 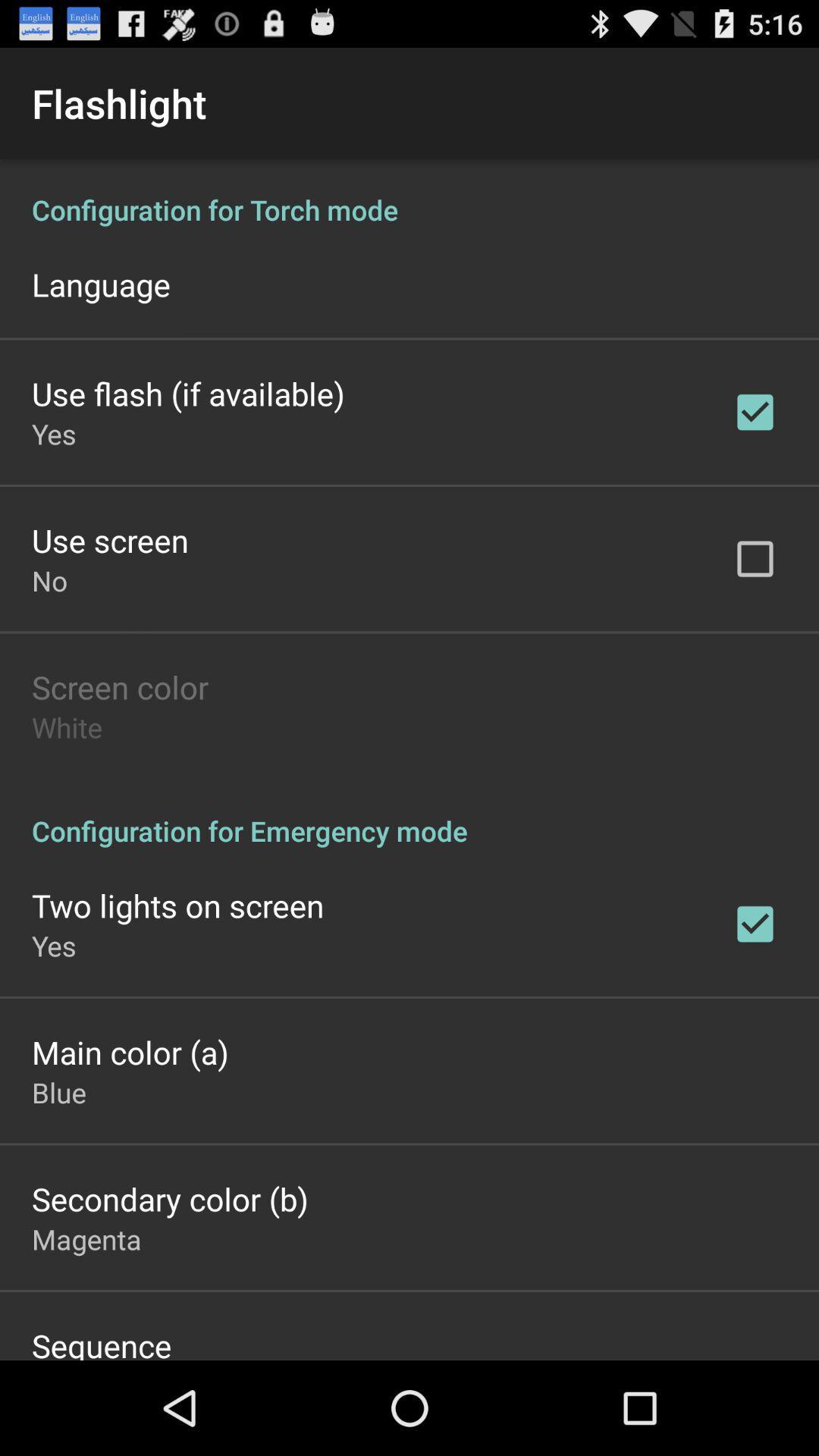 I want to click on item above white, so click(x=119, y=686).